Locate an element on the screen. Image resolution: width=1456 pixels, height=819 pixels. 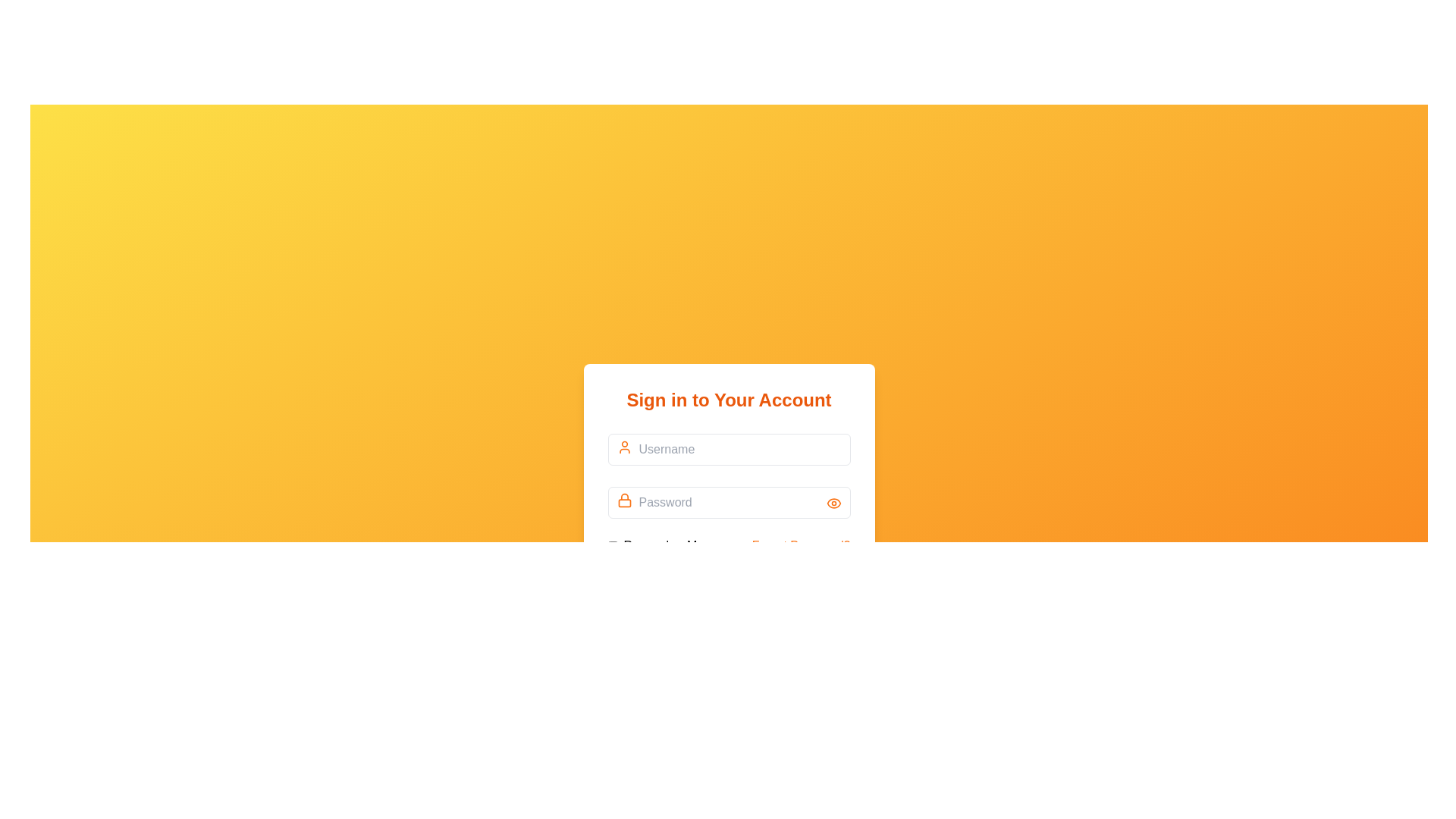
the toggle visibility button located at the top-right corner of the password input field is located at coordinates (833, 503).